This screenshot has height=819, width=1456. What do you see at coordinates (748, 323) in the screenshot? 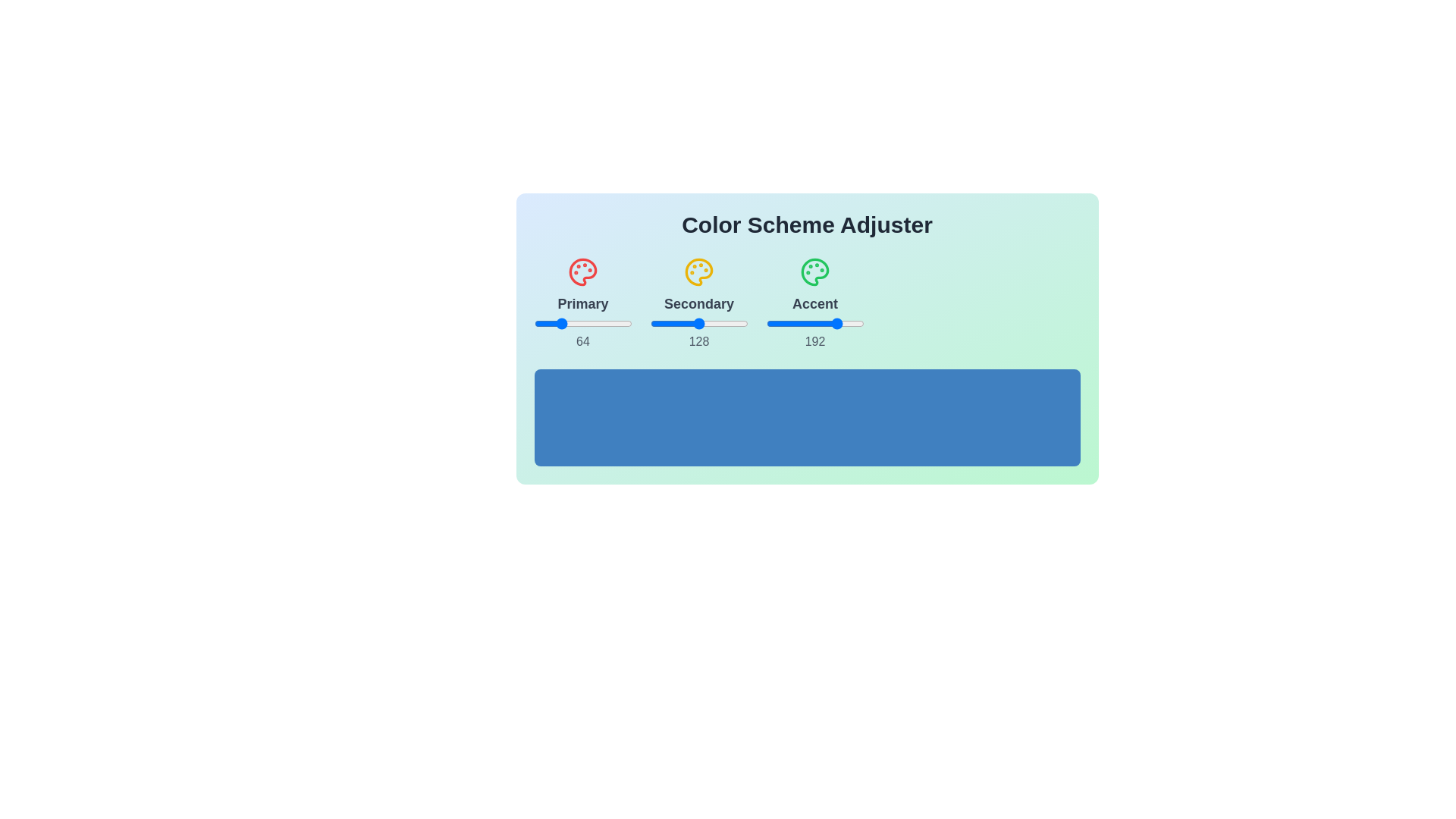
I see `the 1 slider to 127` at bounding box center [748, 323].